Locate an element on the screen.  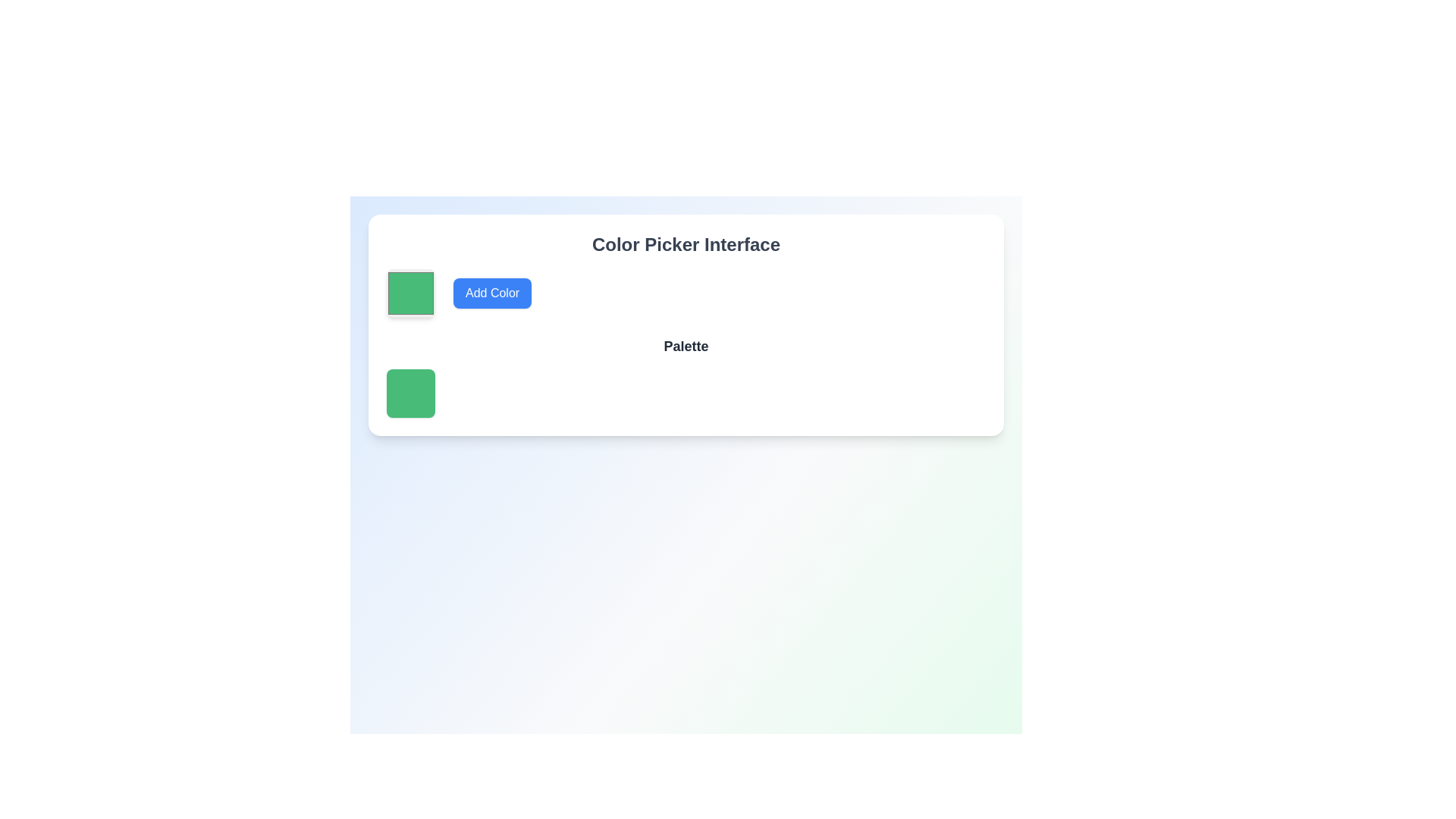
bold text label displaying 'Palette' that is horizontally centered above the color swatches in the section is located at coordinates (686, 346).